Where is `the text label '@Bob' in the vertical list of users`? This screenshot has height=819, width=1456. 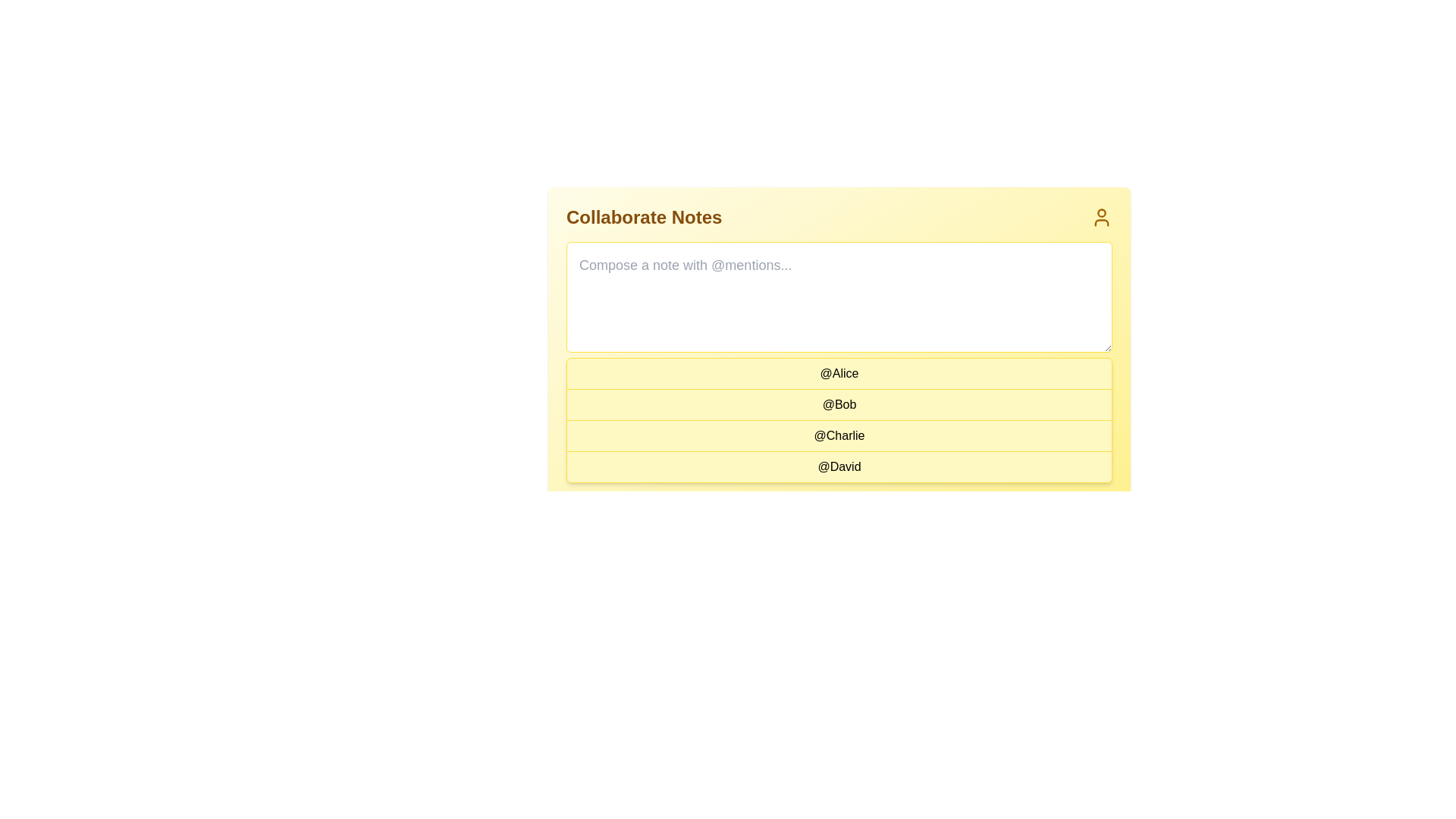 the text label '@Bob' in the vertical list of users is located at coordinates (839, 403).